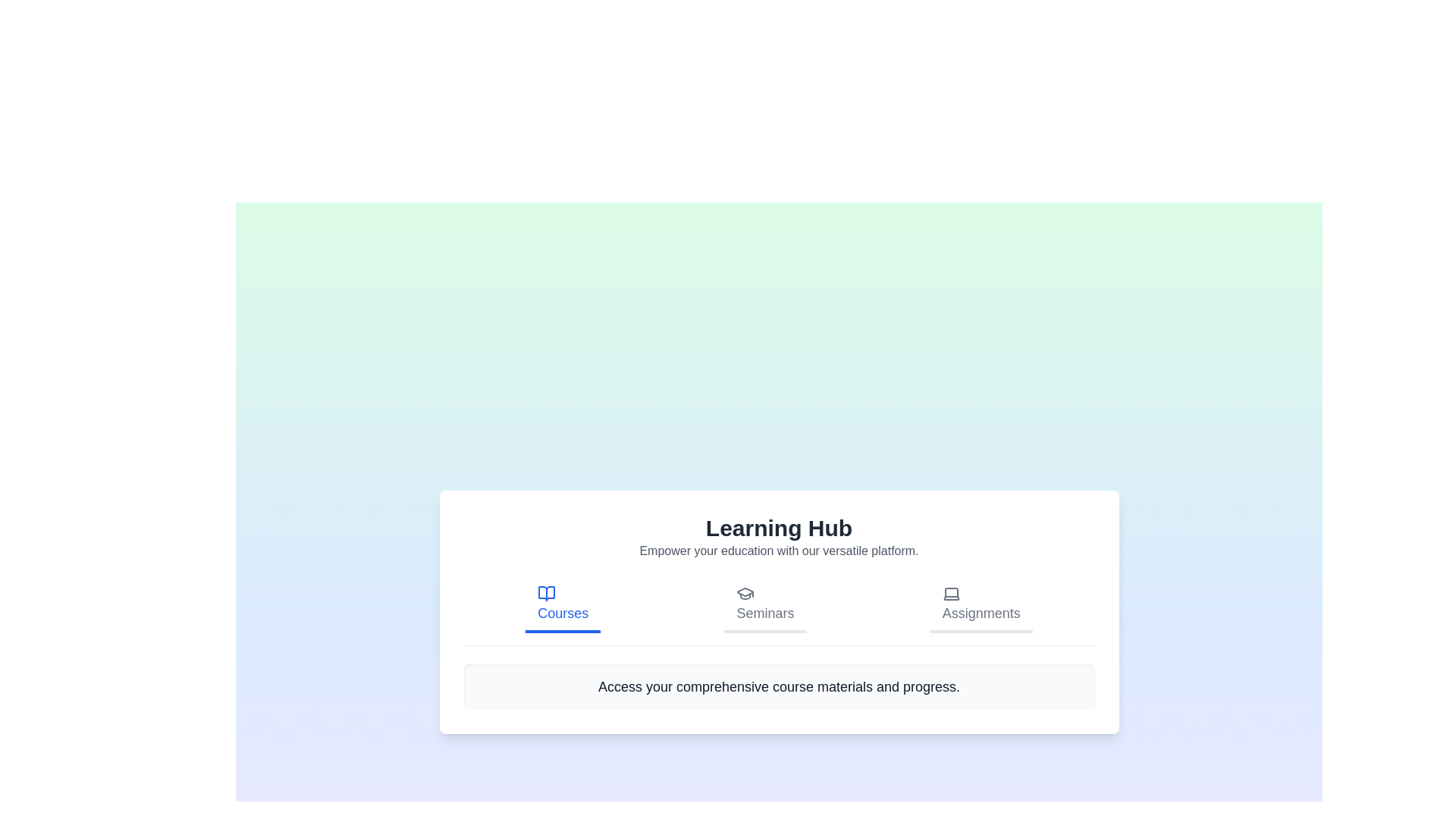  Describe the element at coordinates (765, 612) in the screenshot. I see `the text label 'Seminars' which is styled in medium-sized gray font and is part of the navigation options, located below a graduation cap icon` at that location.